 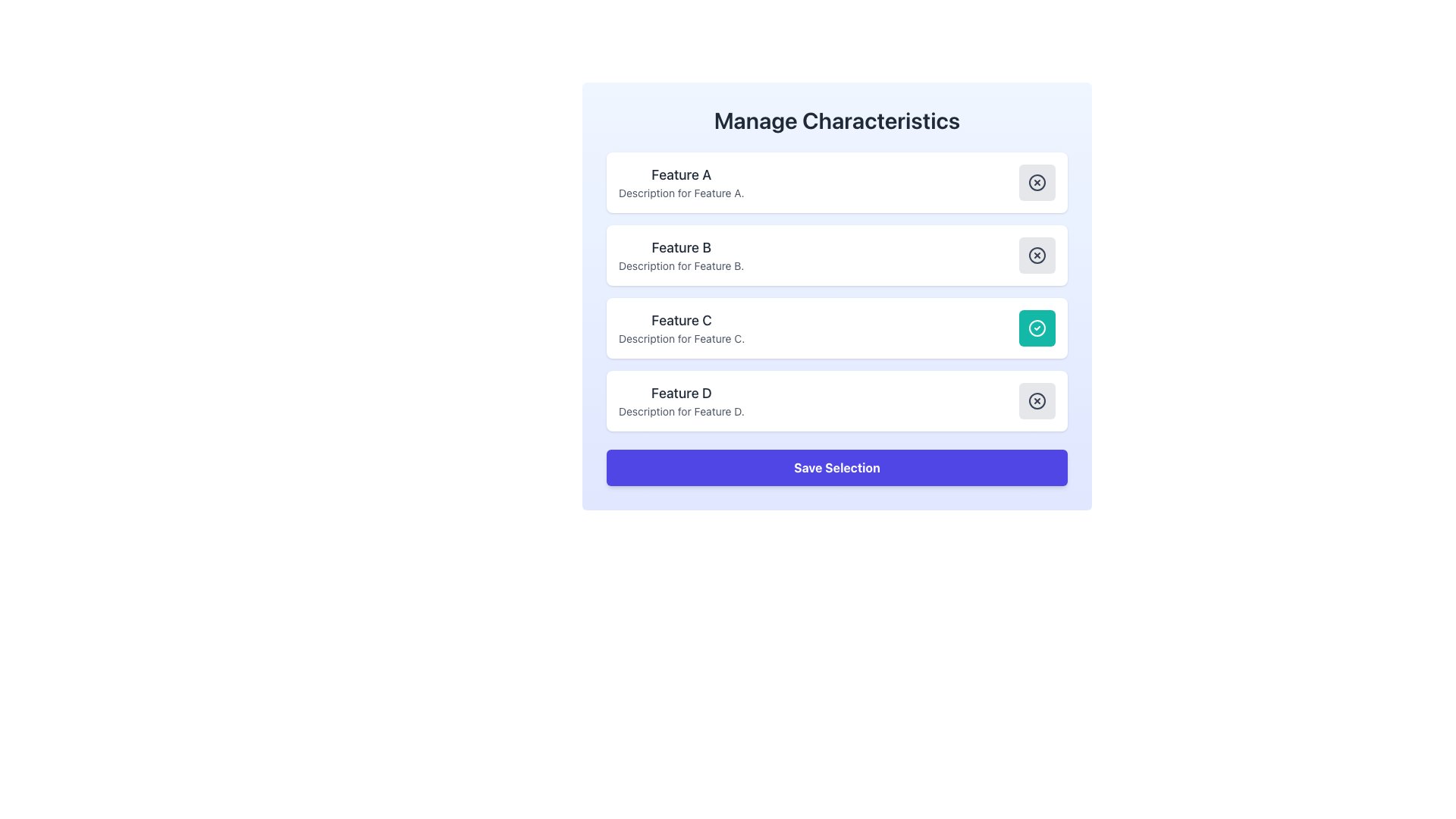 What do you see at coordinates (1037, 327) in the screenshot?
I see `the teal rounded square button with a white checkmark icon located in the 'Feature C' row` at bounding box center [1037, 327].